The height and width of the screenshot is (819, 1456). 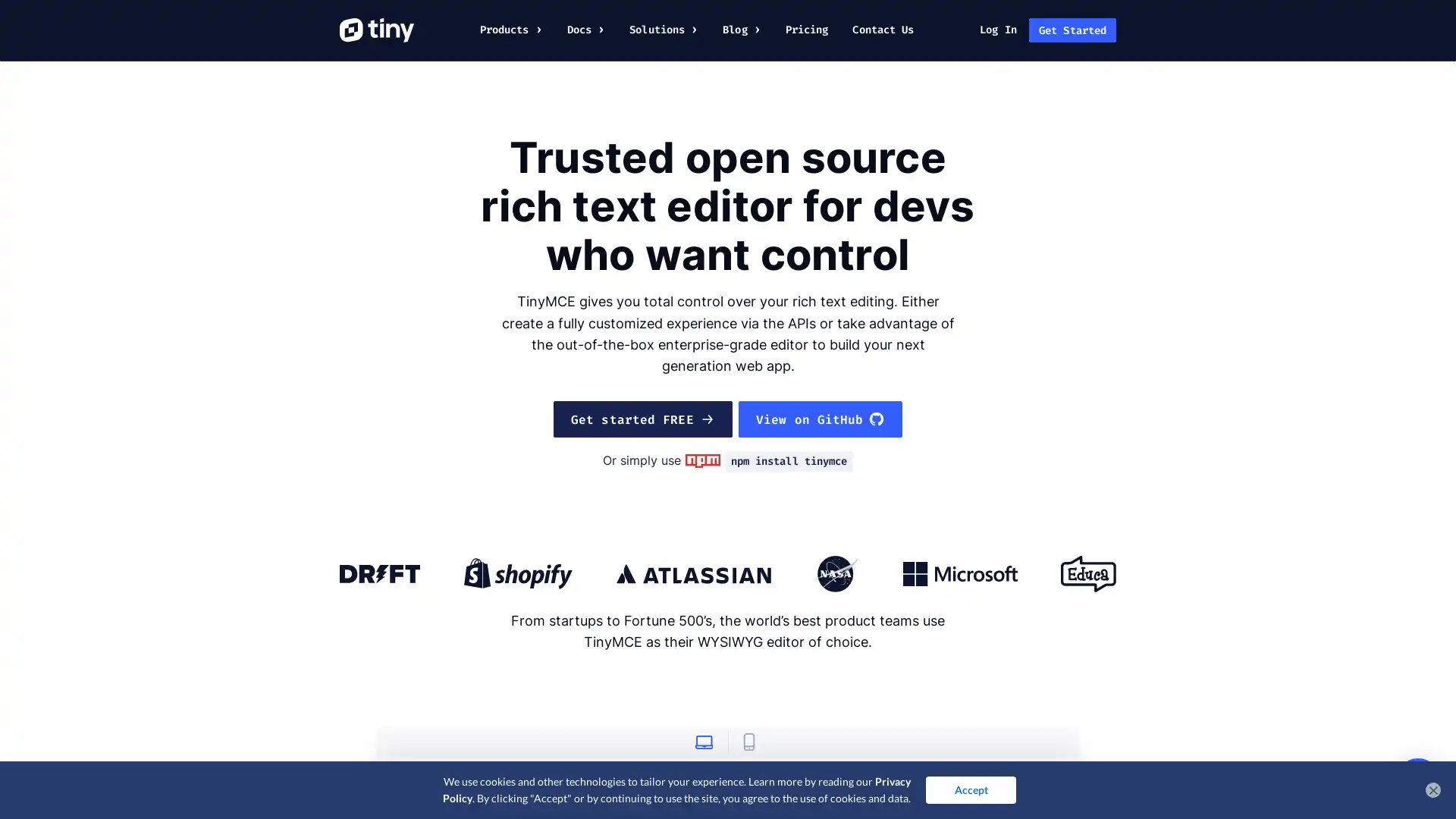 What do you see at coordinates (585, 30) in the screenshot?
I see `Click or tap here to interact with the Docs menu.` at bounding box center [585, 30].